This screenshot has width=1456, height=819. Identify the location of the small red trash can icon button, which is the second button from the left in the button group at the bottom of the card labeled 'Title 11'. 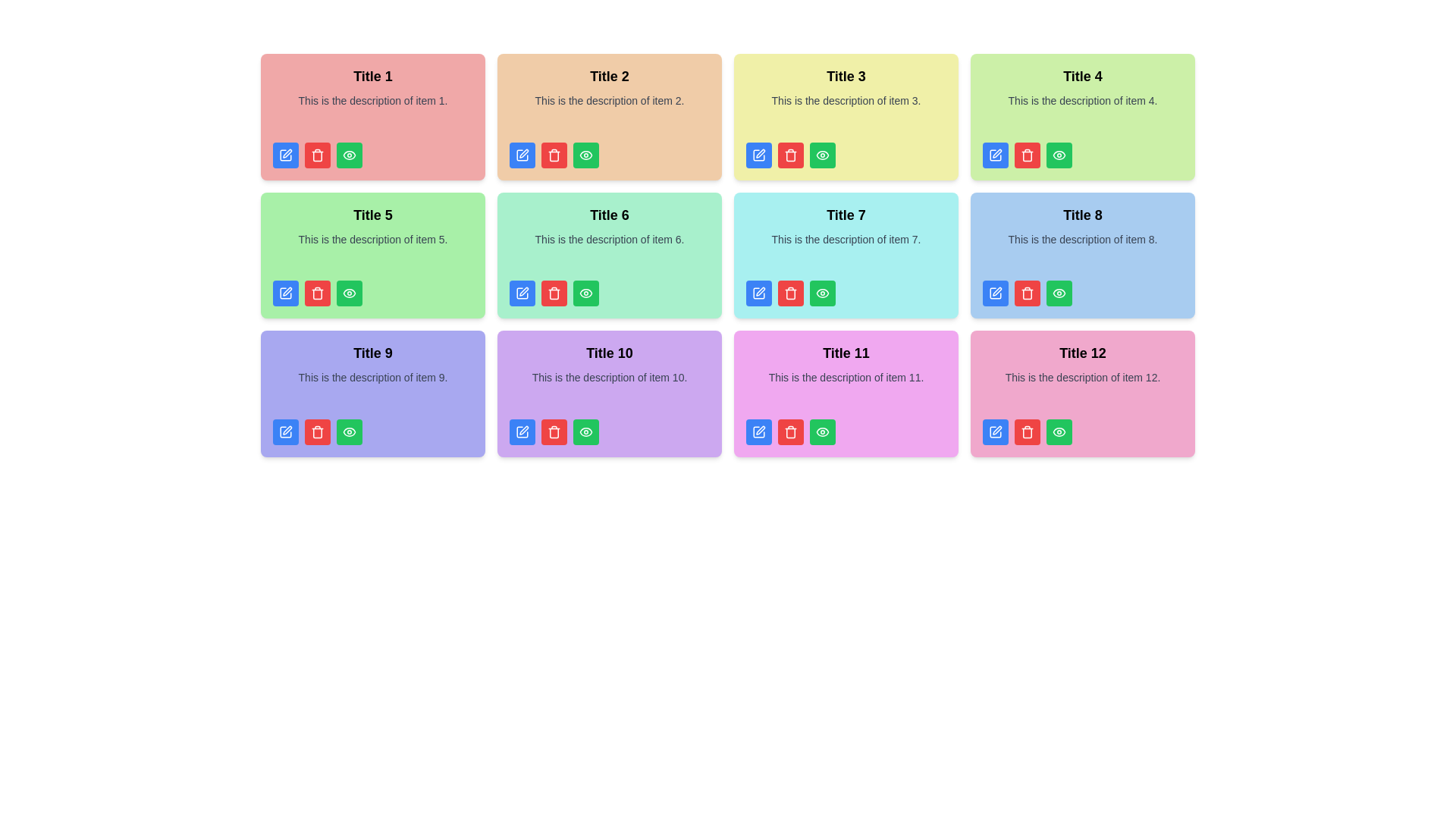
(789, 431).